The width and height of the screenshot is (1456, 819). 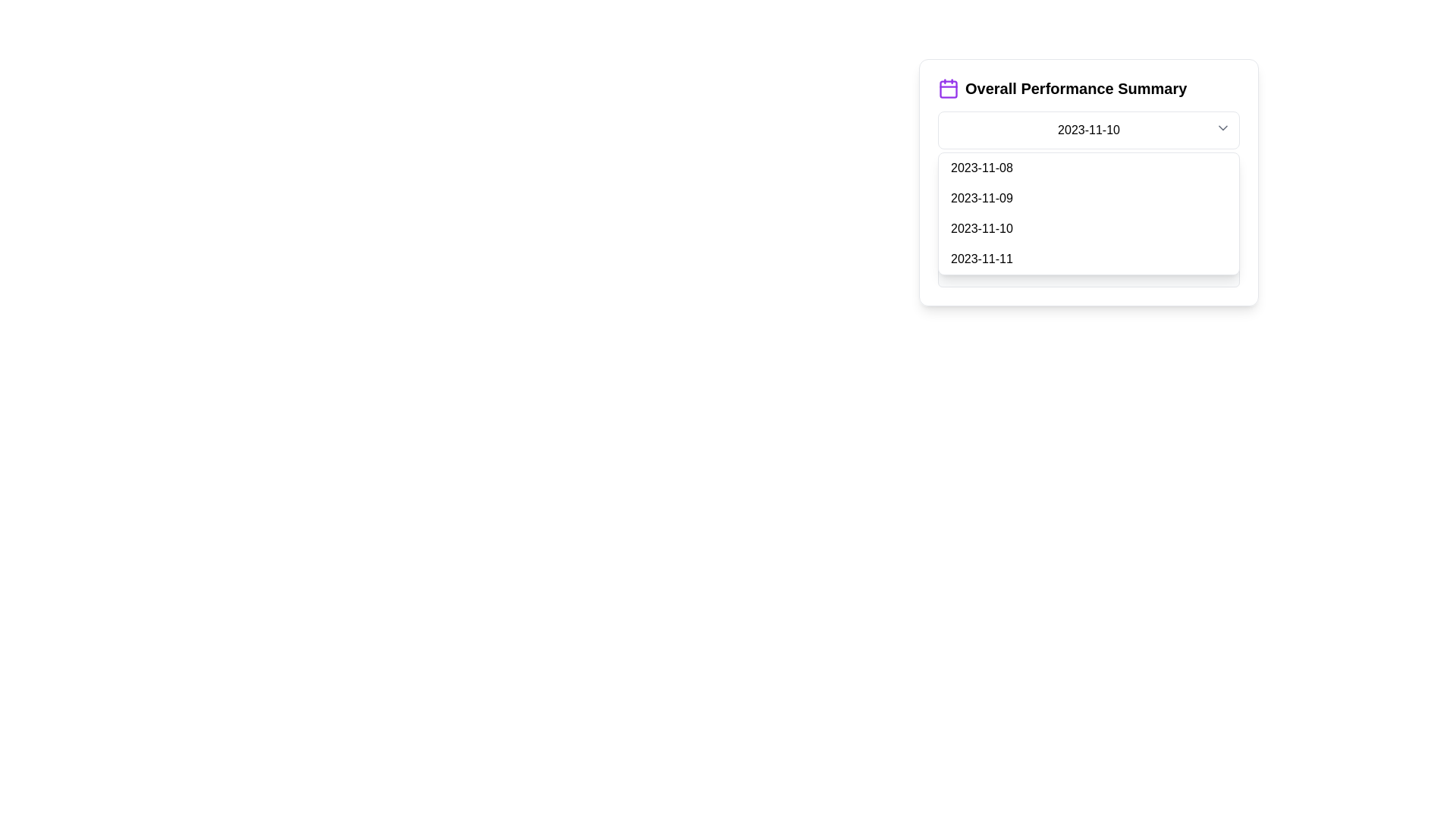 What do you see at coordinates (1087, 259) in the screenshot?
I see `the fourth option in the dropdown menu` at bounding box center [1087, 259].